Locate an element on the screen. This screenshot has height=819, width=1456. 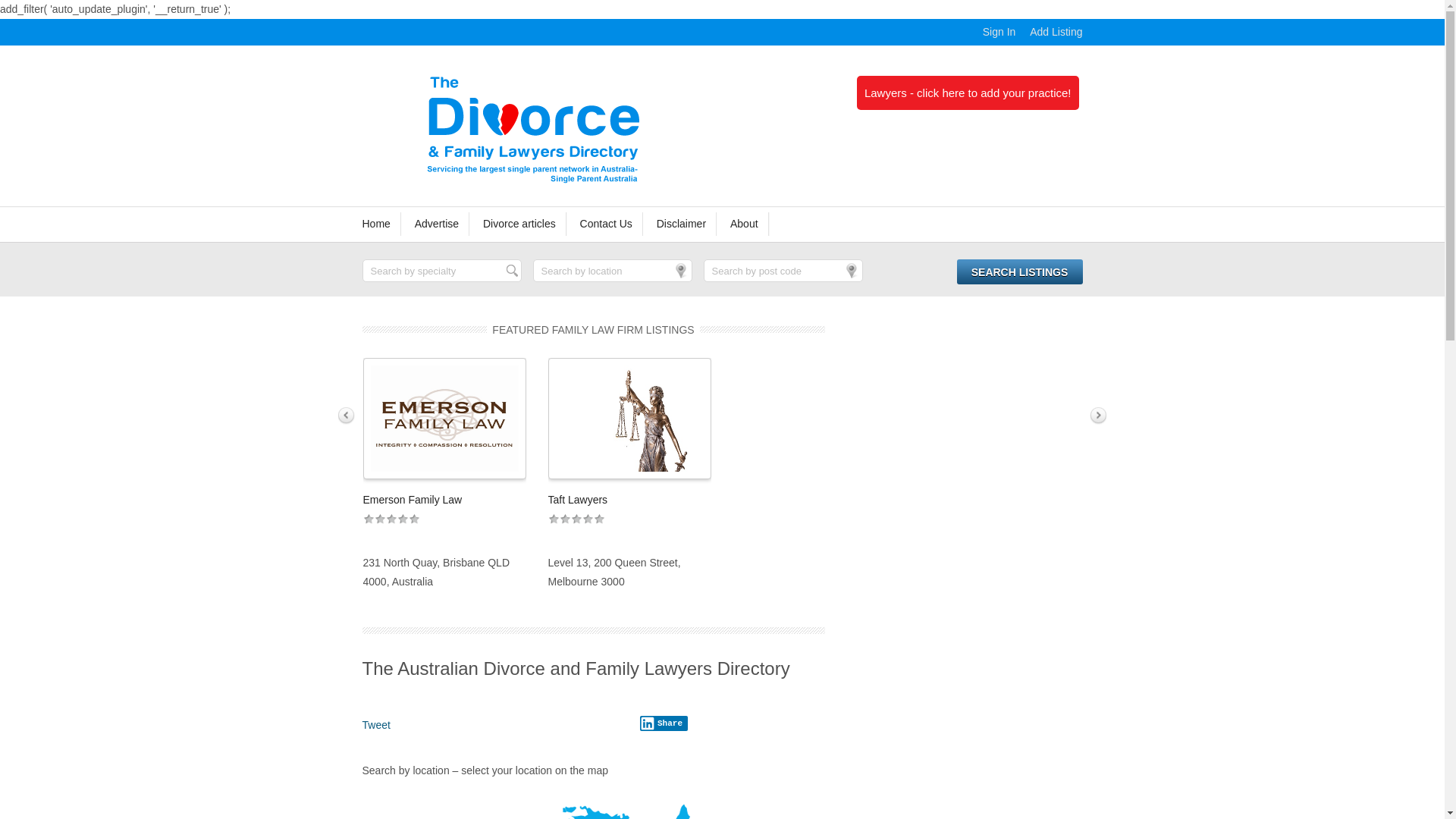
'About' is located at coordinates (745, 224).